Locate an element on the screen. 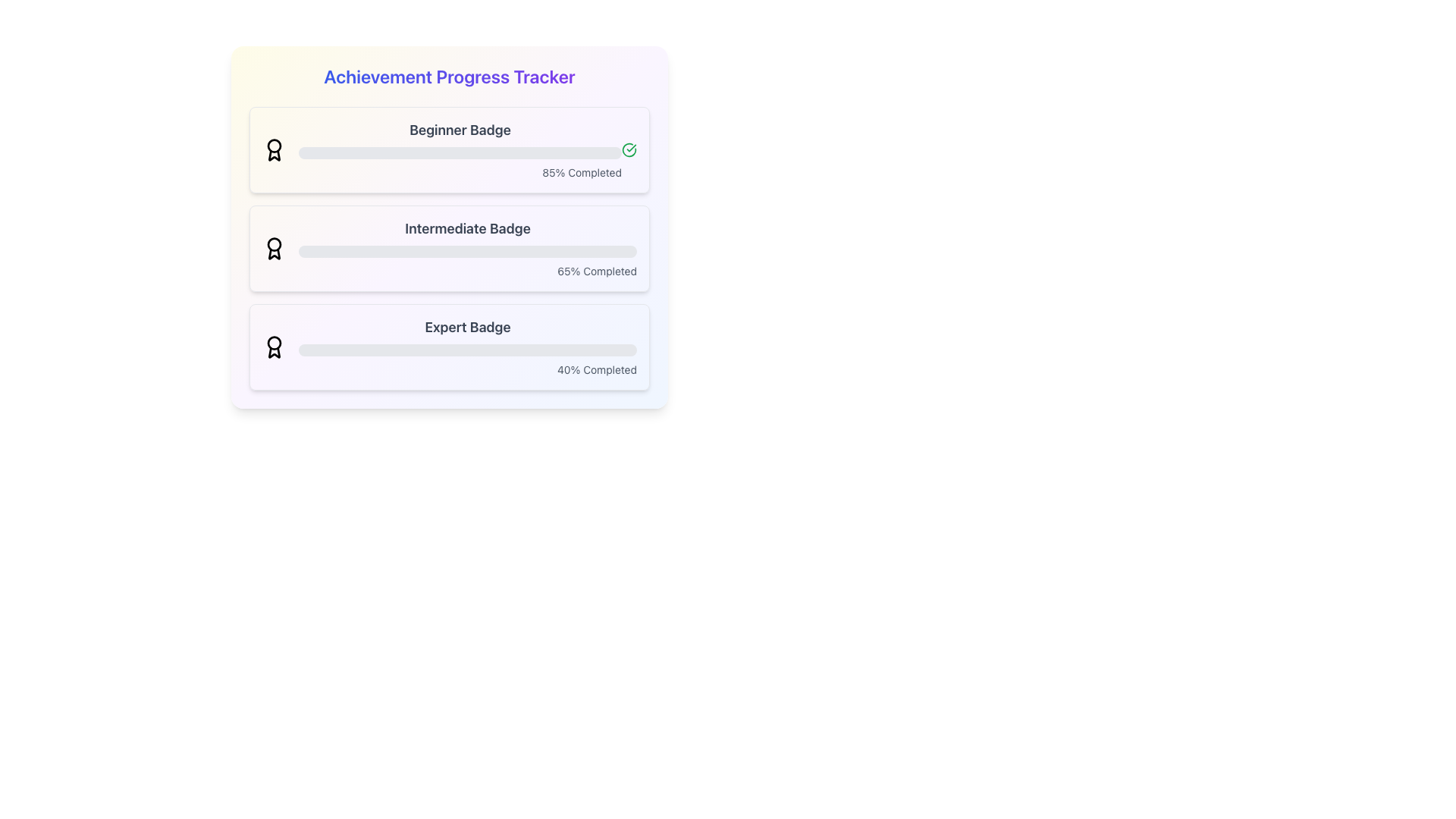 Image resolution: width=1456 pixels, height=819 pixels. the progress bar indicating 85% completion for the 'Beginner Badge' section in the bordered card layout is located at coordinates (459, 149).